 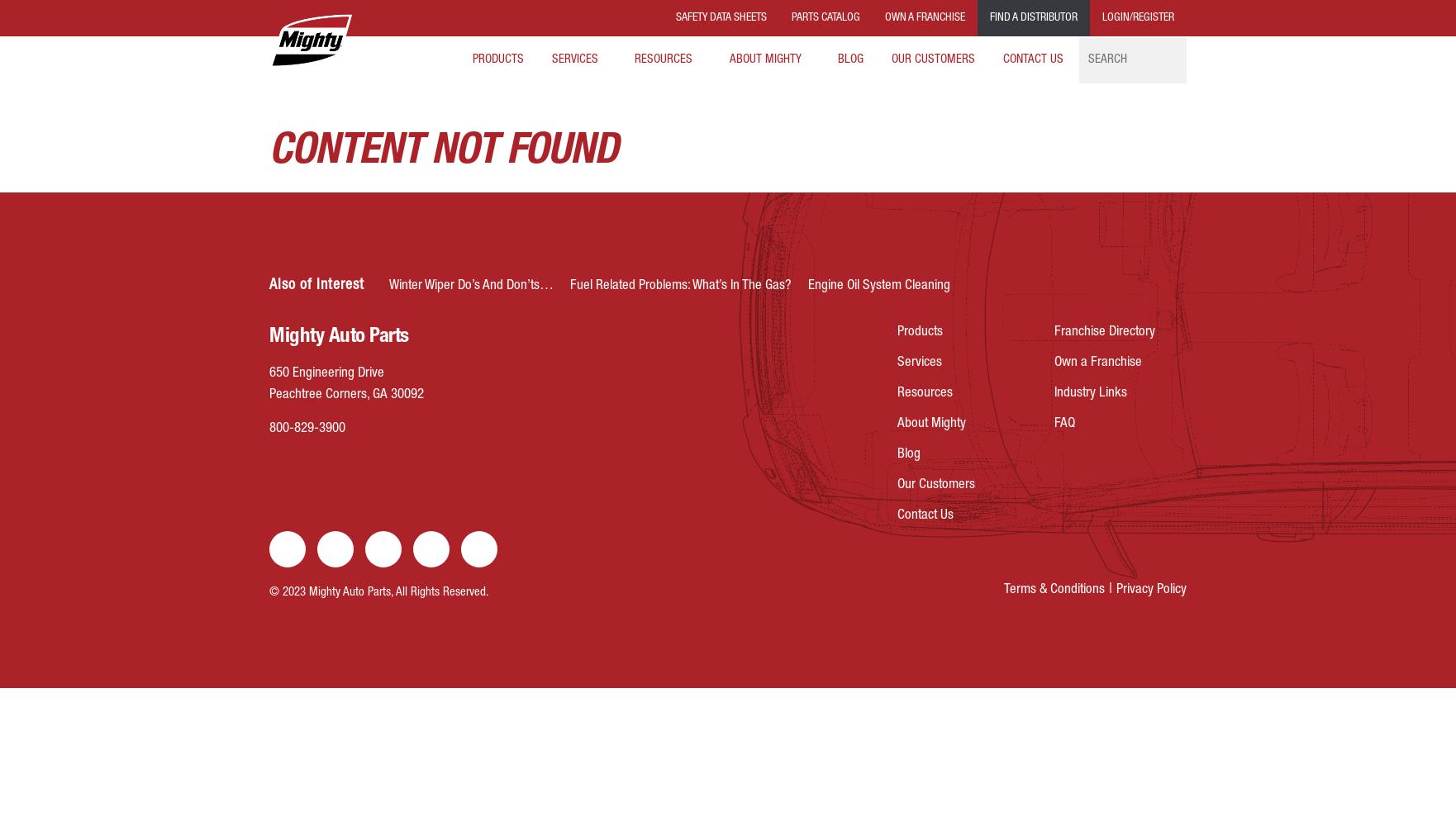 What do you see at coordinates (808, 285) in the screenshot?
I see `'Engine Oil System Cleaning'` at bounding box center [808, 285].